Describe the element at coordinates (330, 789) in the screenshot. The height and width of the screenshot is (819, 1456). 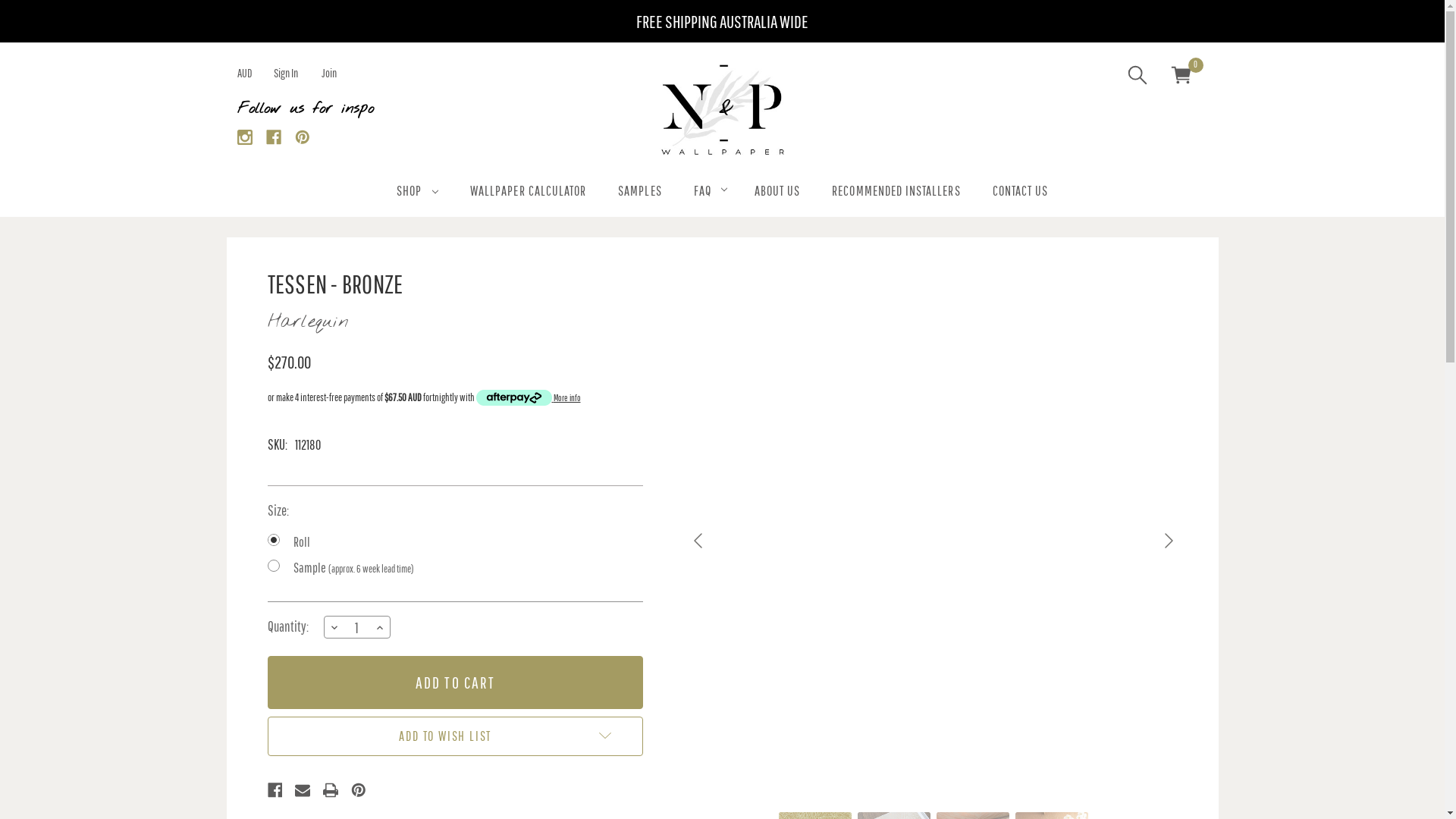
I see `'Print'` at that location.